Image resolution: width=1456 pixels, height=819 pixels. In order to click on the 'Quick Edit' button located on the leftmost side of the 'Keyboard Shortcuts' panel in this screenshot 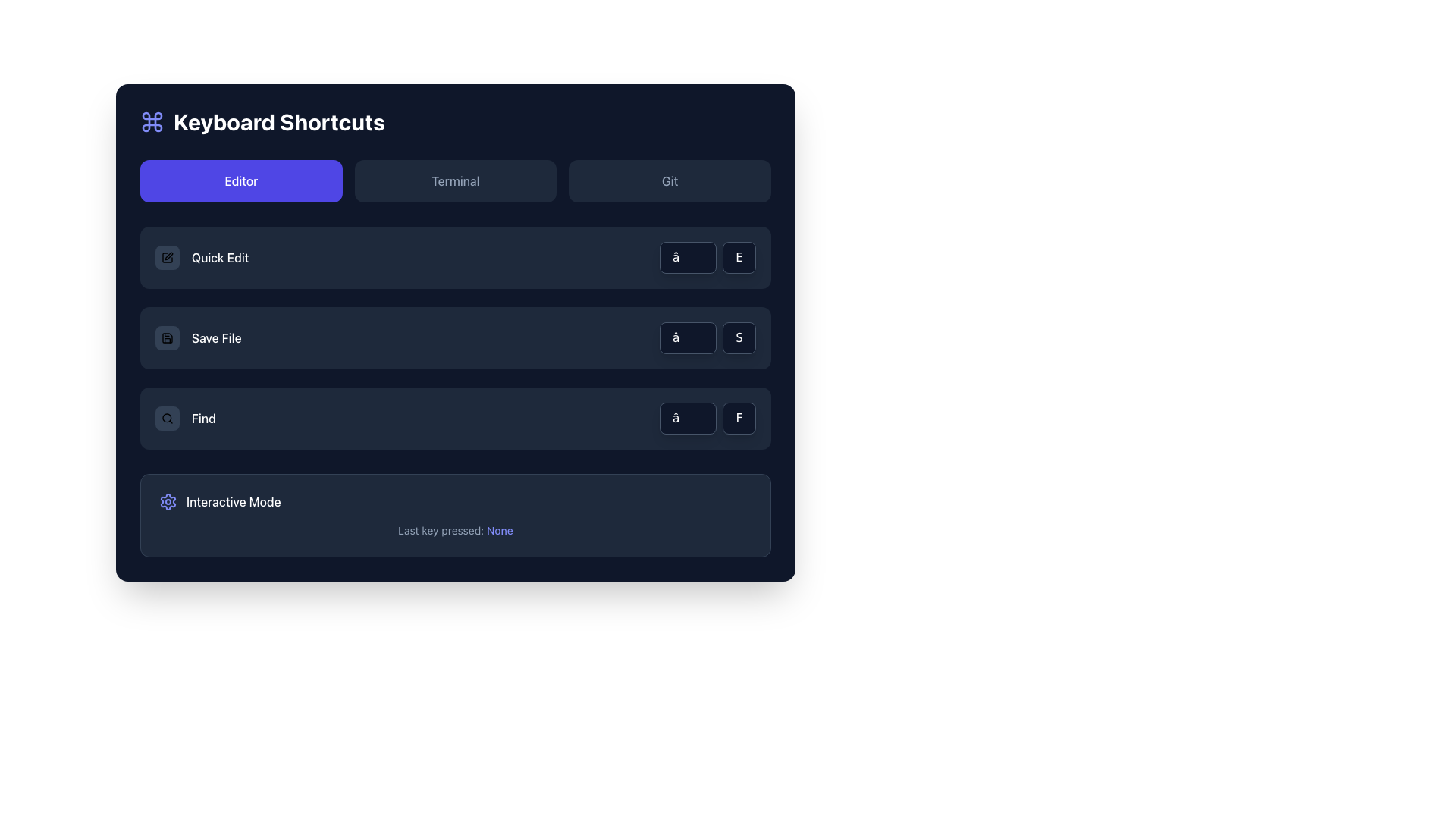, I will do `click(167, 256)`.